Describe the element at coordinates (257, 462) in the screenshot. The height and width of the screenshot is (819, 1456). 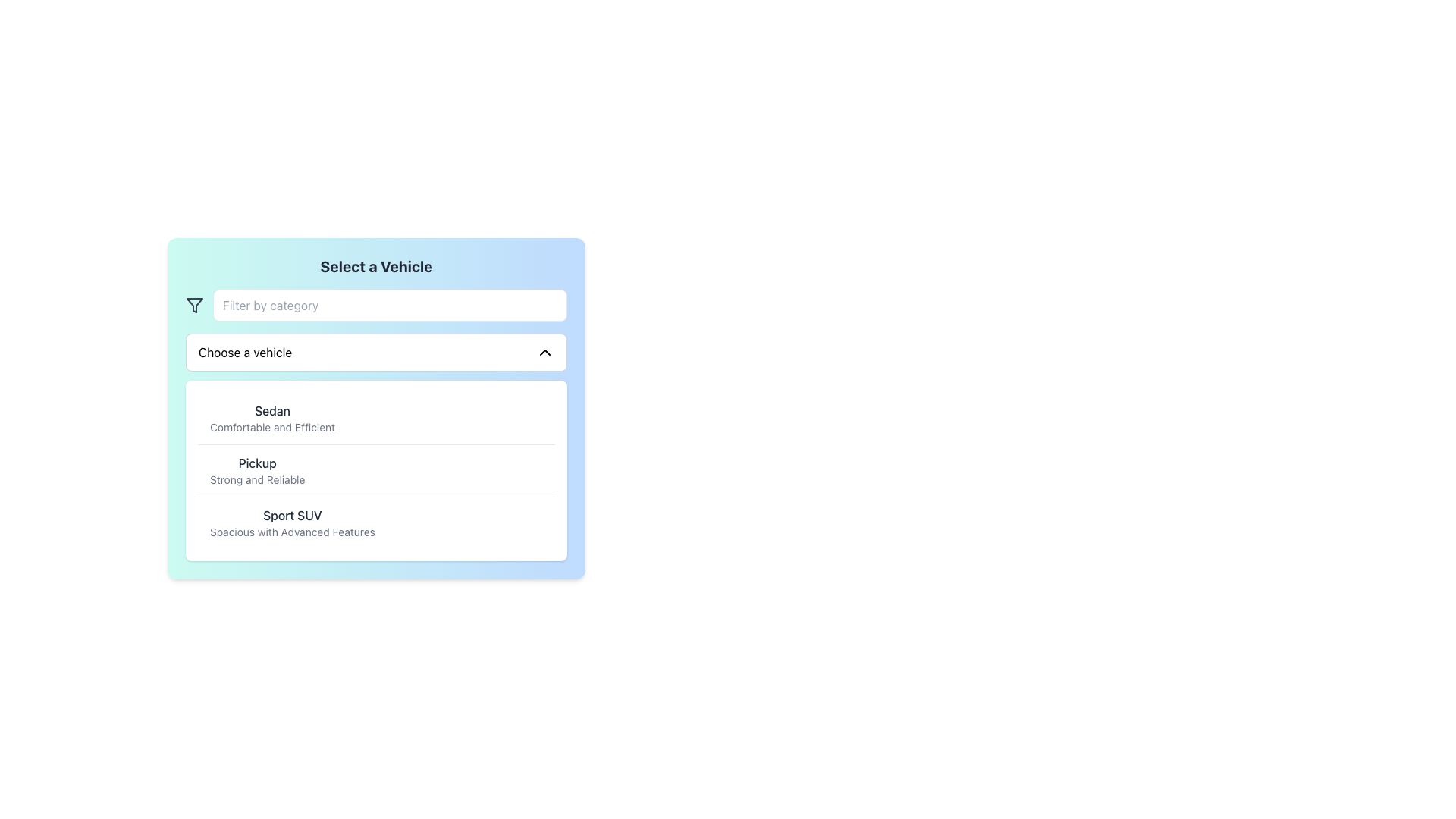
I see `'Pickup' text label which is displayed in a medium-sized dark gray font, positioned above the 'Strong and Reliable' description` at that location.